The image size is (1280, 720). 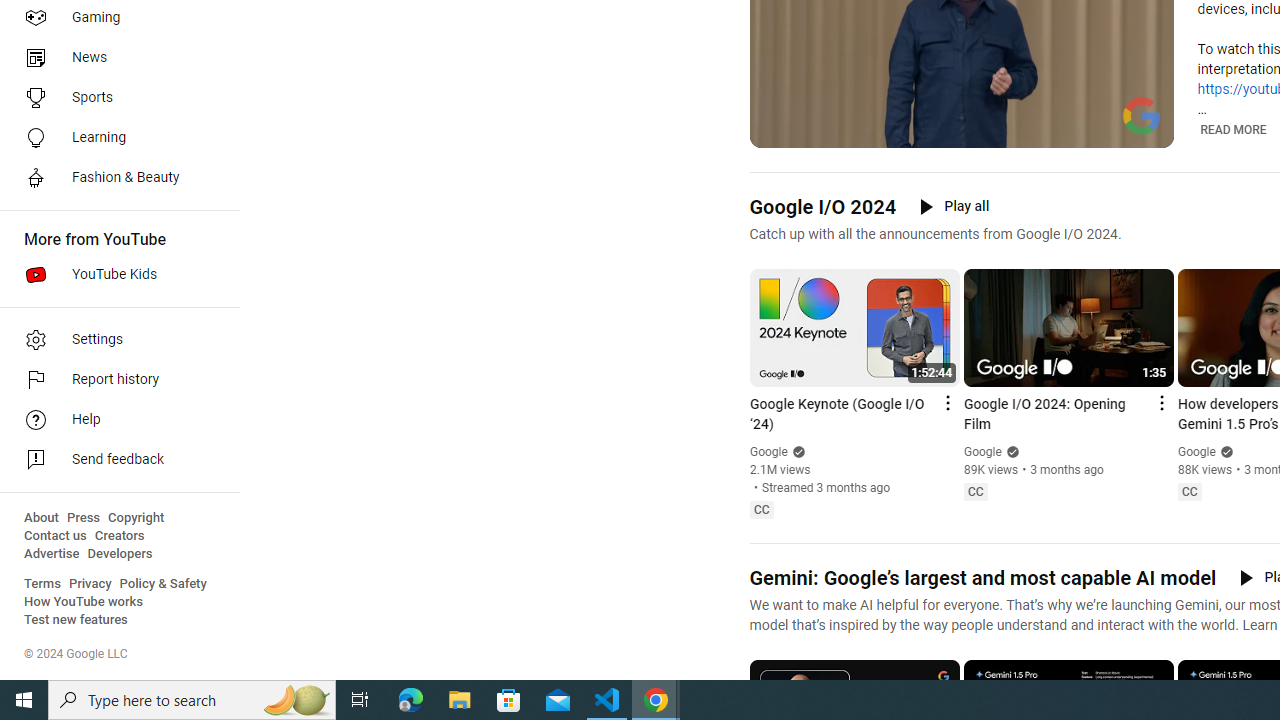 I want to click on 'Channel watermark', so click(x=1141, y=115).